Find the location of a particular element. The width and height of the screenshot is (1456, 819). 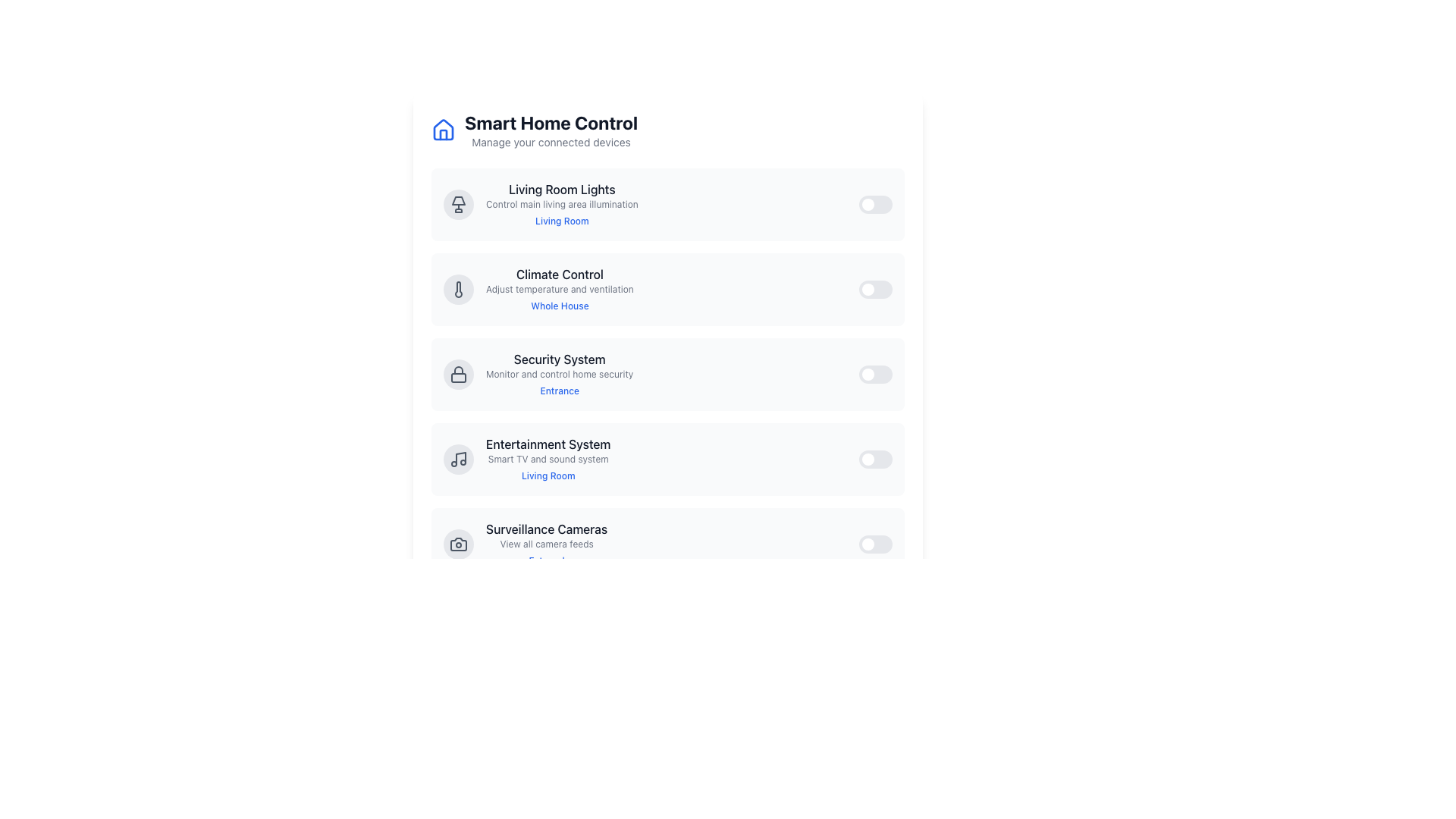

the 'External' link located within the control panel for the surveillance camera system, which is positioned below the 'Entertainment System' section is located at coordinates (667, 543).